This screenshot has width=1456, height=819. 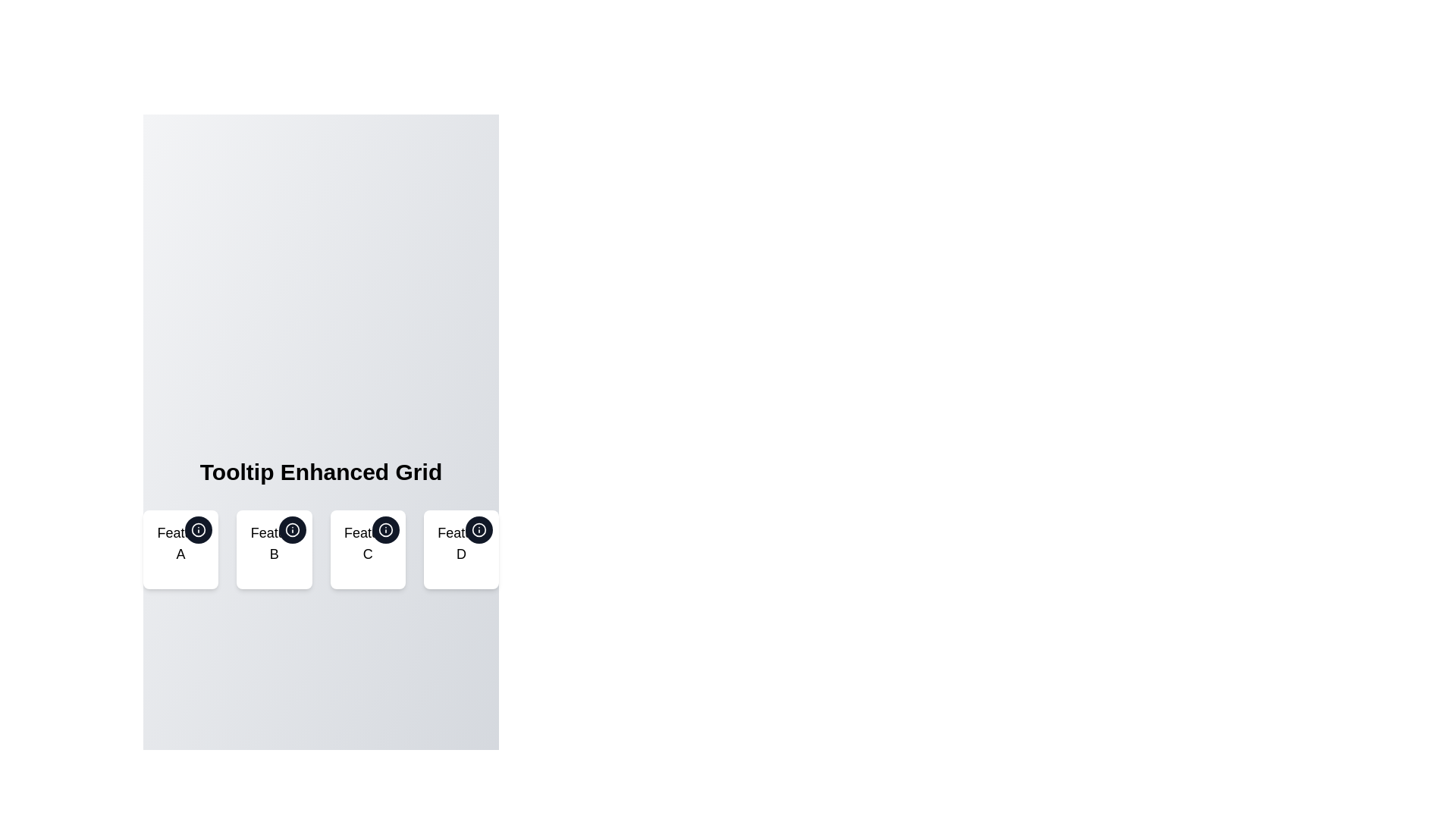 What do you see at coordinates (368, 543) in the screenshot?
I see `the text label that describes the feature within its card, which is the third item in a horizontally-aligned grid of four cards` at bounding box center [368, 543].